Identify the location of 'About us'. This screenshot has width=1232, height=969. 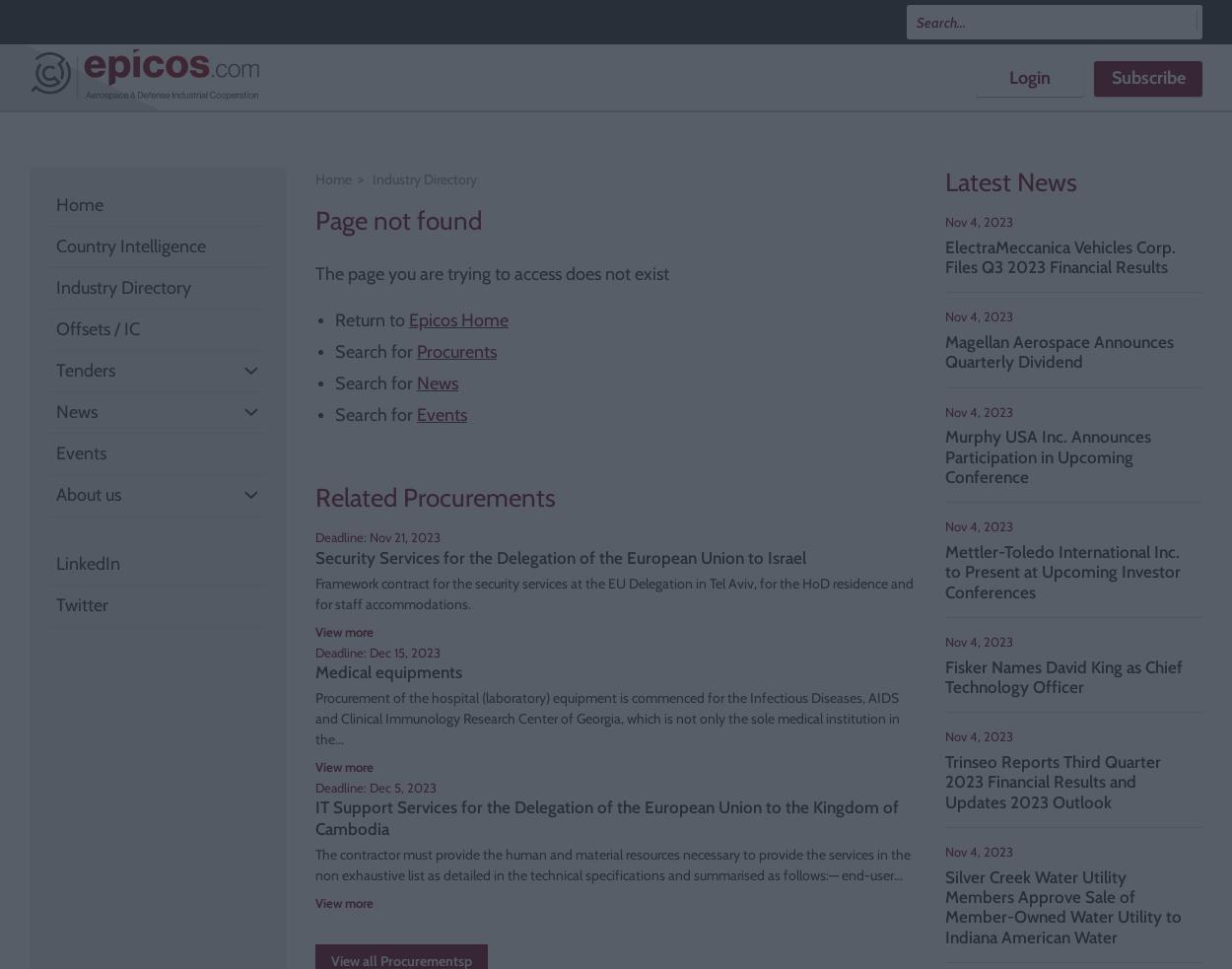
(88, 495).